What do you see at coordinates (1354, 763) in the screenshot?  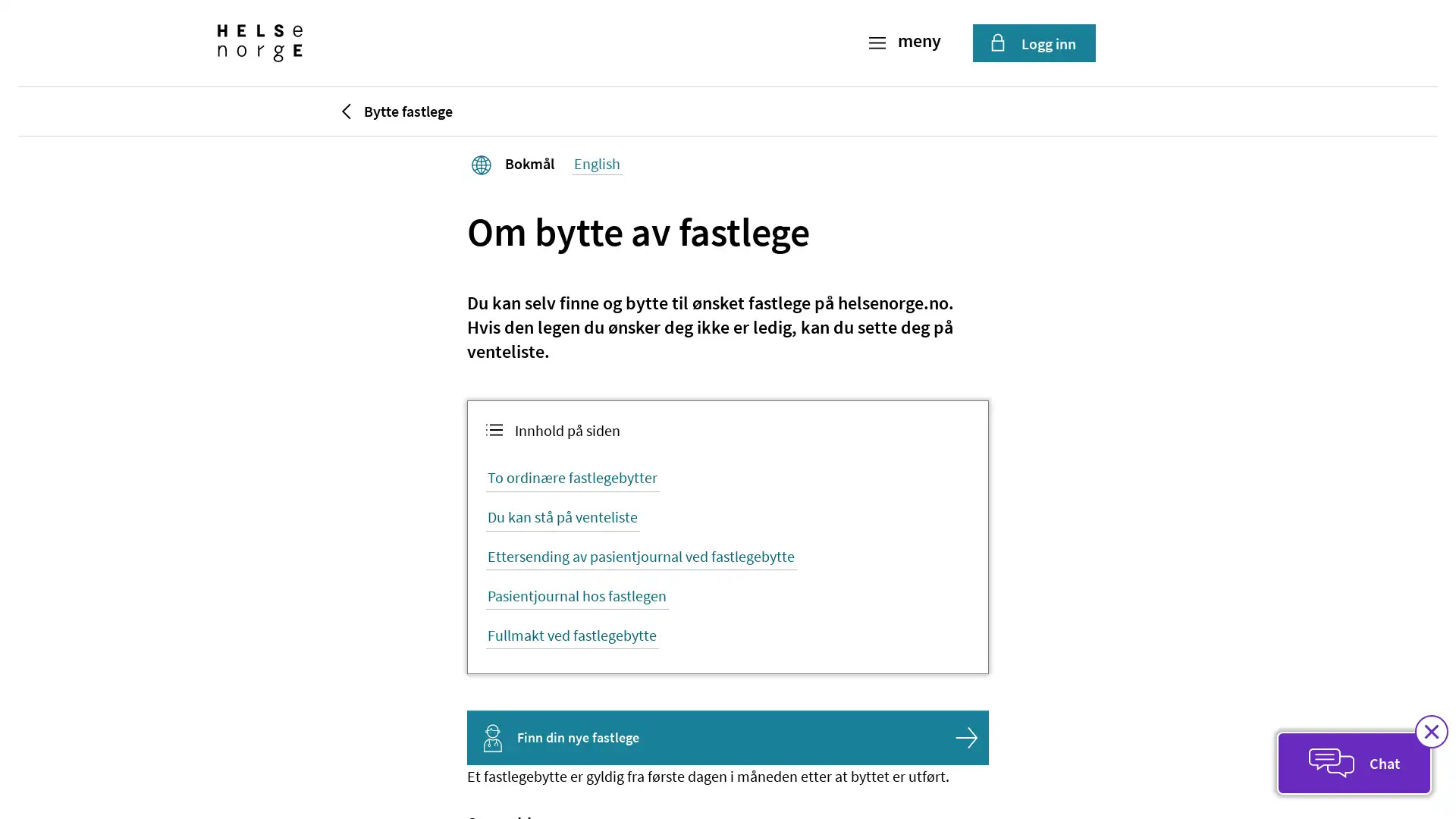 I see `Chat` at bounding box center [1354, 763].